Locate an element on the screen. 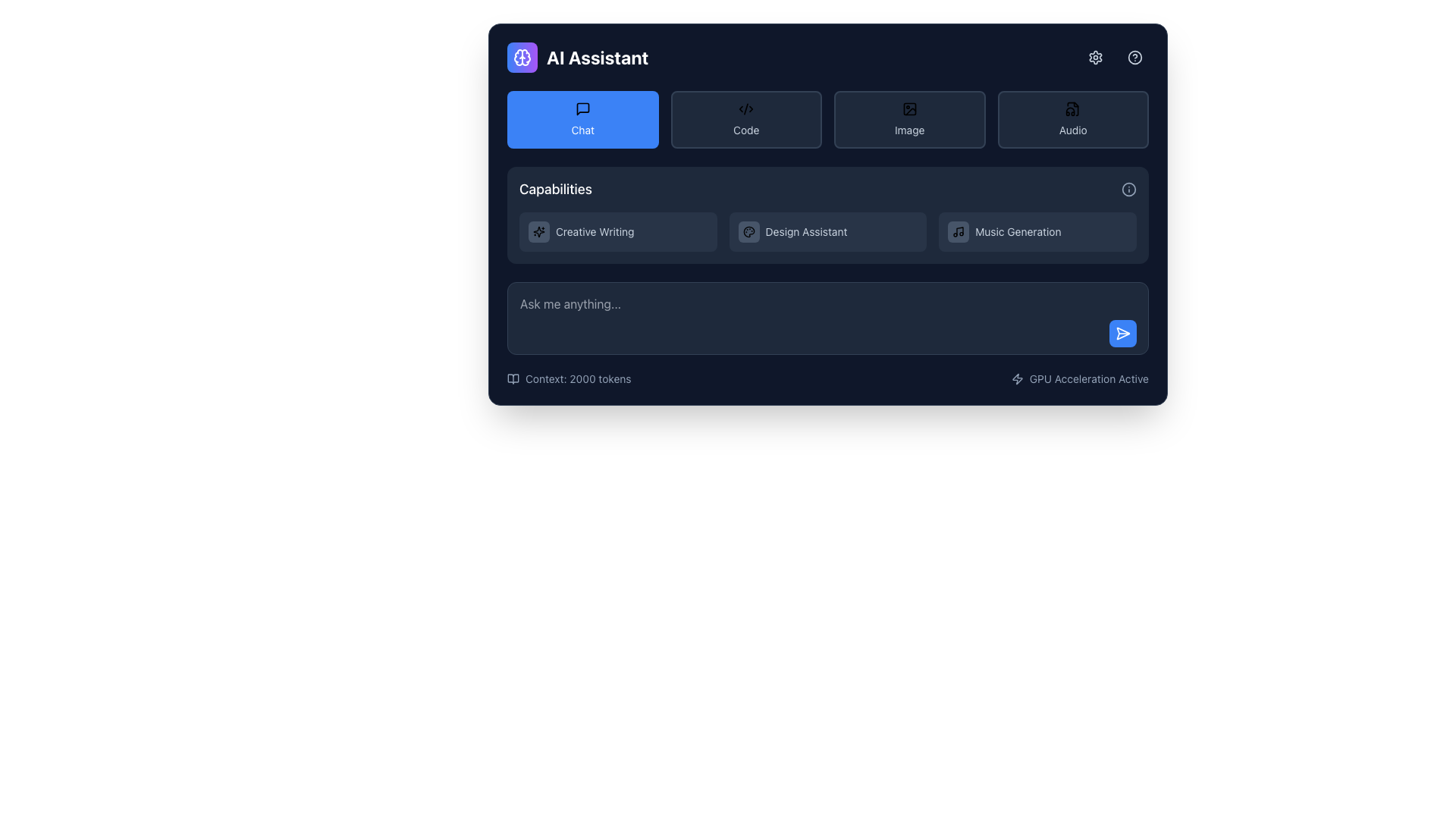  the information displayed by the icon located in the lower-left part of the interface, adjacent to the label 'Context: 2000 tokens' is located at coordinates (513, 378).